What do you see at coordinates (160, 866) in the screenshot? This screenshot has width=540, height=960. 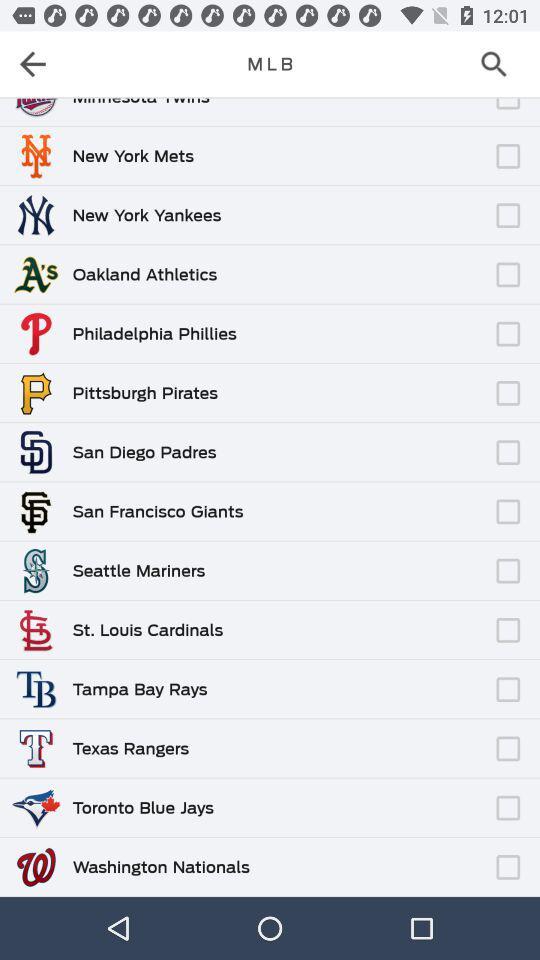 I see `washington nationals` at bounding box center [160, 866].